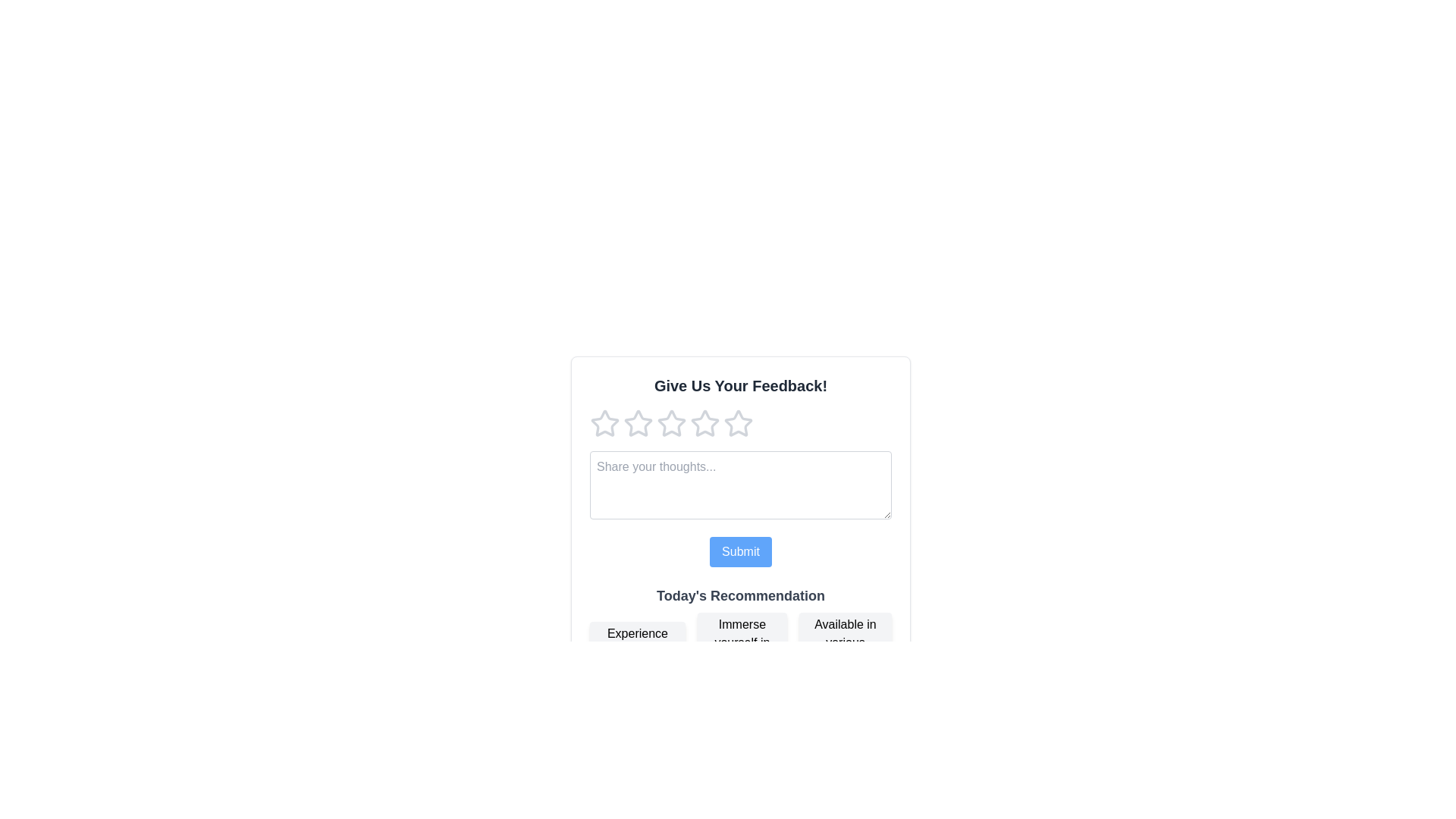  What do you see at coordinates (604, 423) in the screenshot?
I see `the first star icon in the rating interface` at bounding box center [604, 423].